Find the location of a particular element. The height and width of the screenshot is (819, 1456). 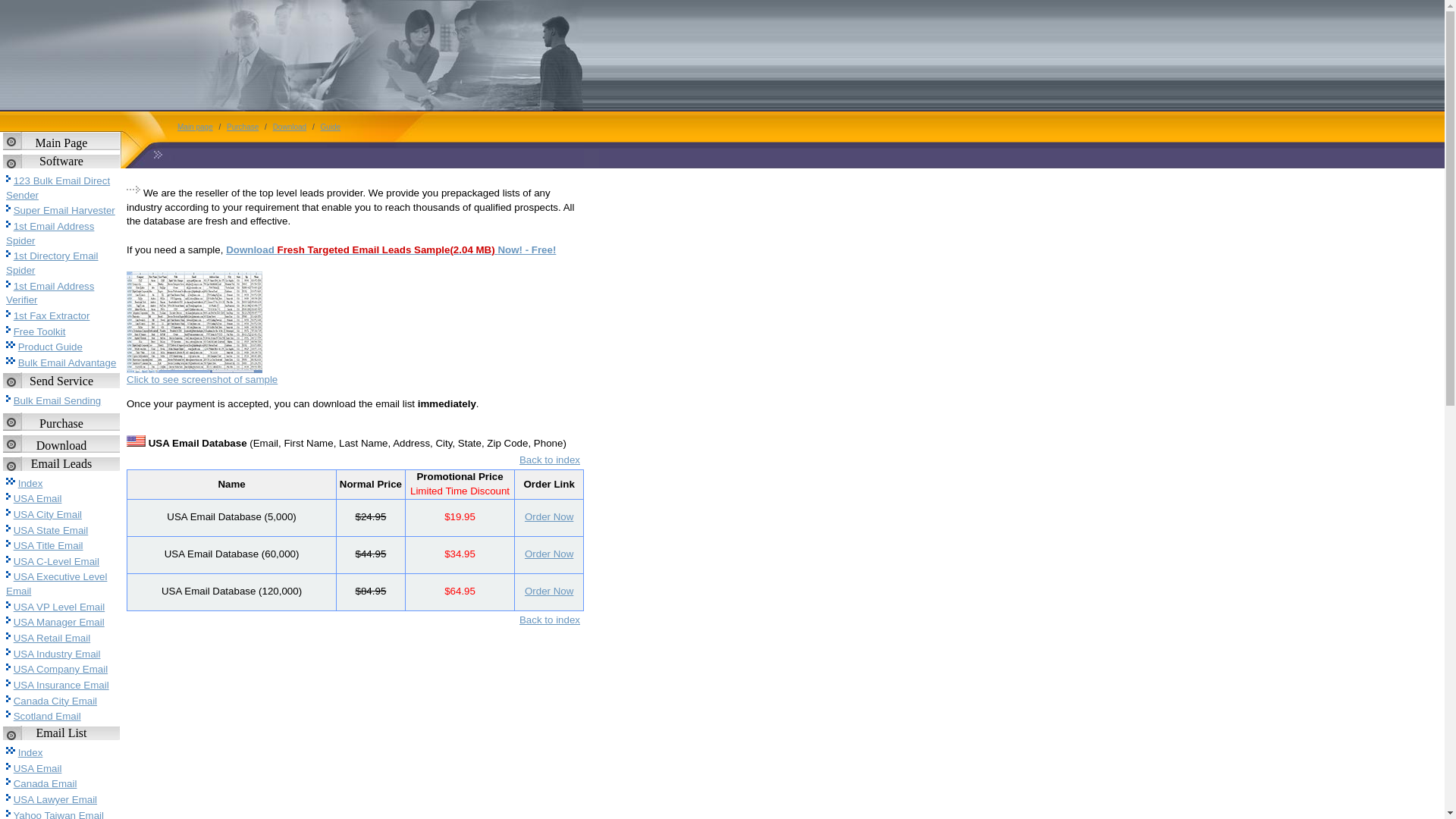

'Index' is located at coordinates (30, 752).